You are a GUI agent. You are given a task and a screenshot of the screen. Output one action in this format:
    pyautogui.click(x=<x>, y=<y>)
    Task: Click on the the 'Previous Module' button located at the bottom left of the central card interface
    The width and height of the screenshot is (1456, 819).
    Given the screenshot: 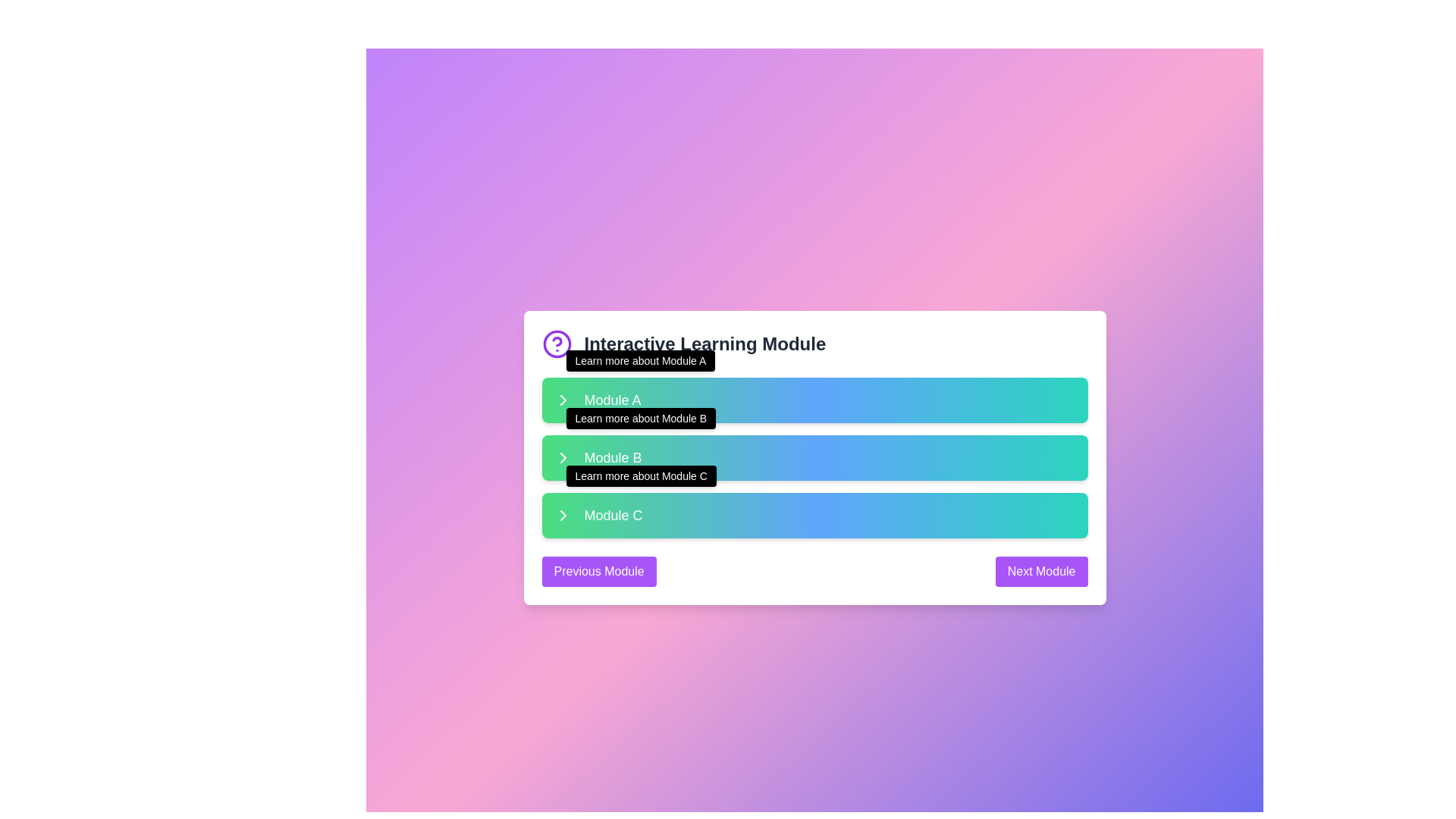 What is the action you would take?
    pyautogui.click(x=598, y=571)
    